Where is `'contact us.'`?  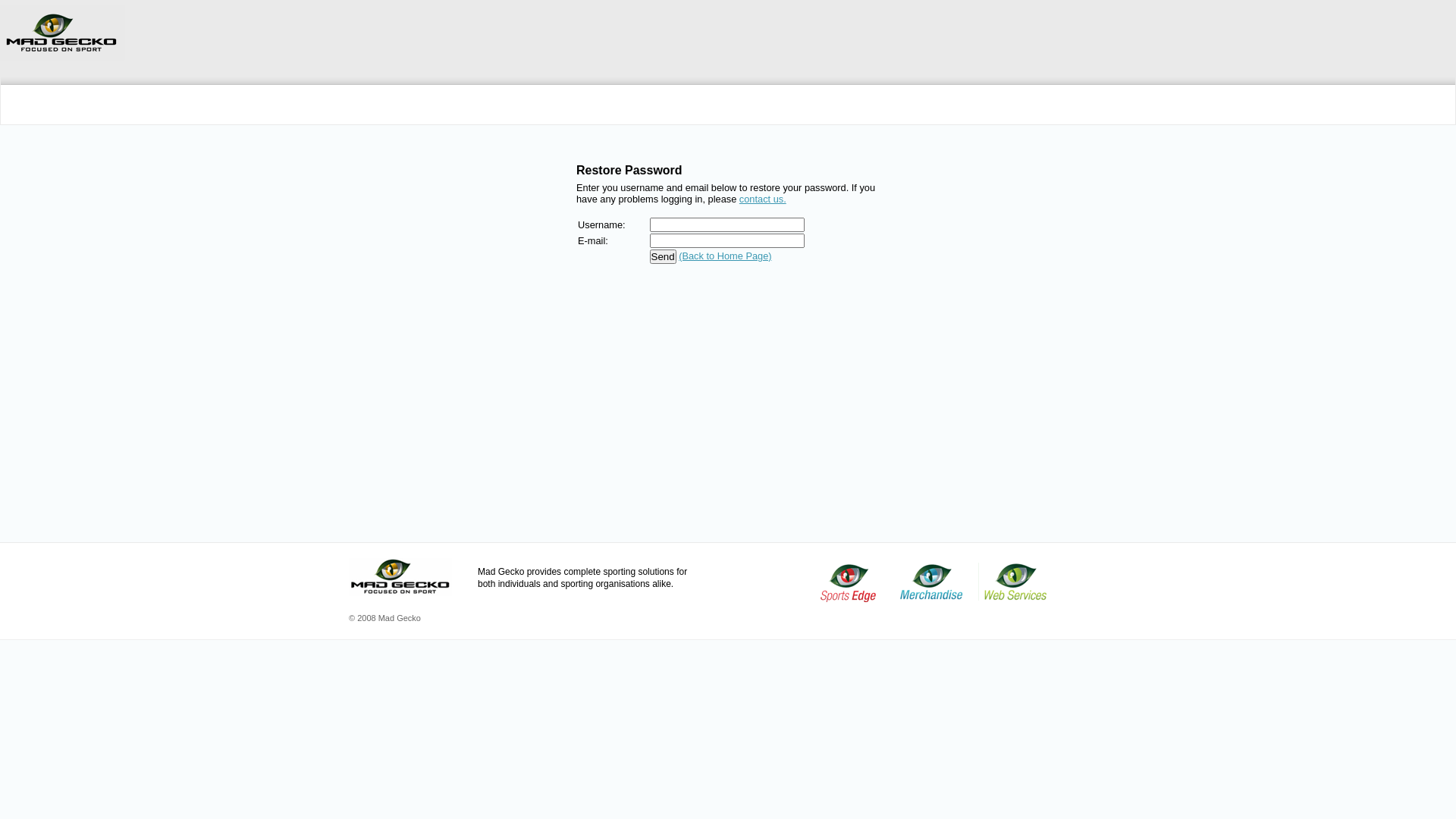
'contact us.' is located at coordinates (739, 198).